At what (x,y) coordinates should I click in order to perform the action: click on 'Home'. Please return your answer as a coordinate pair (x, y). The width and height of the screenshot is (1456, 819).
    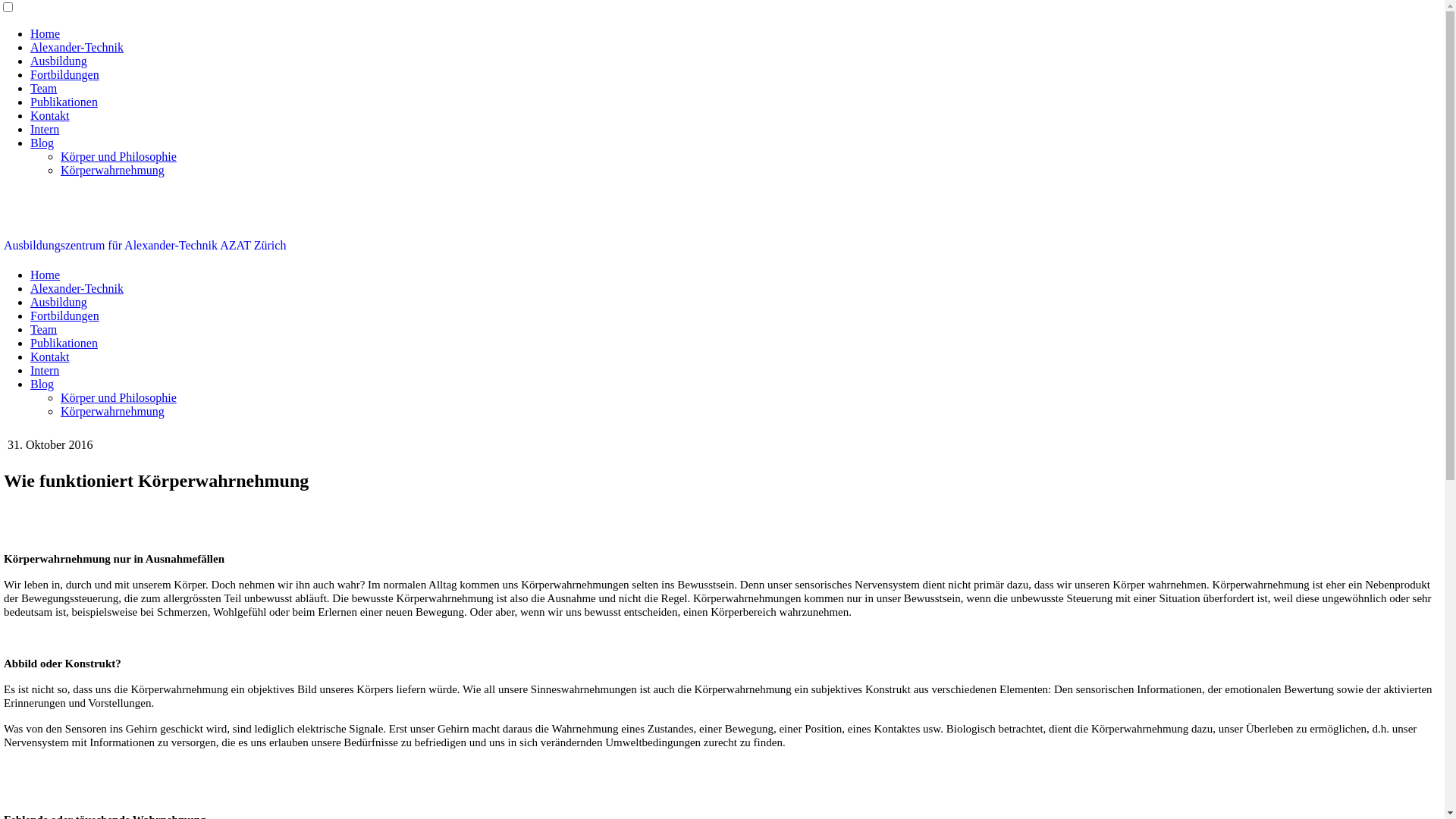
    Looking at the image, I should click on (45, 275).